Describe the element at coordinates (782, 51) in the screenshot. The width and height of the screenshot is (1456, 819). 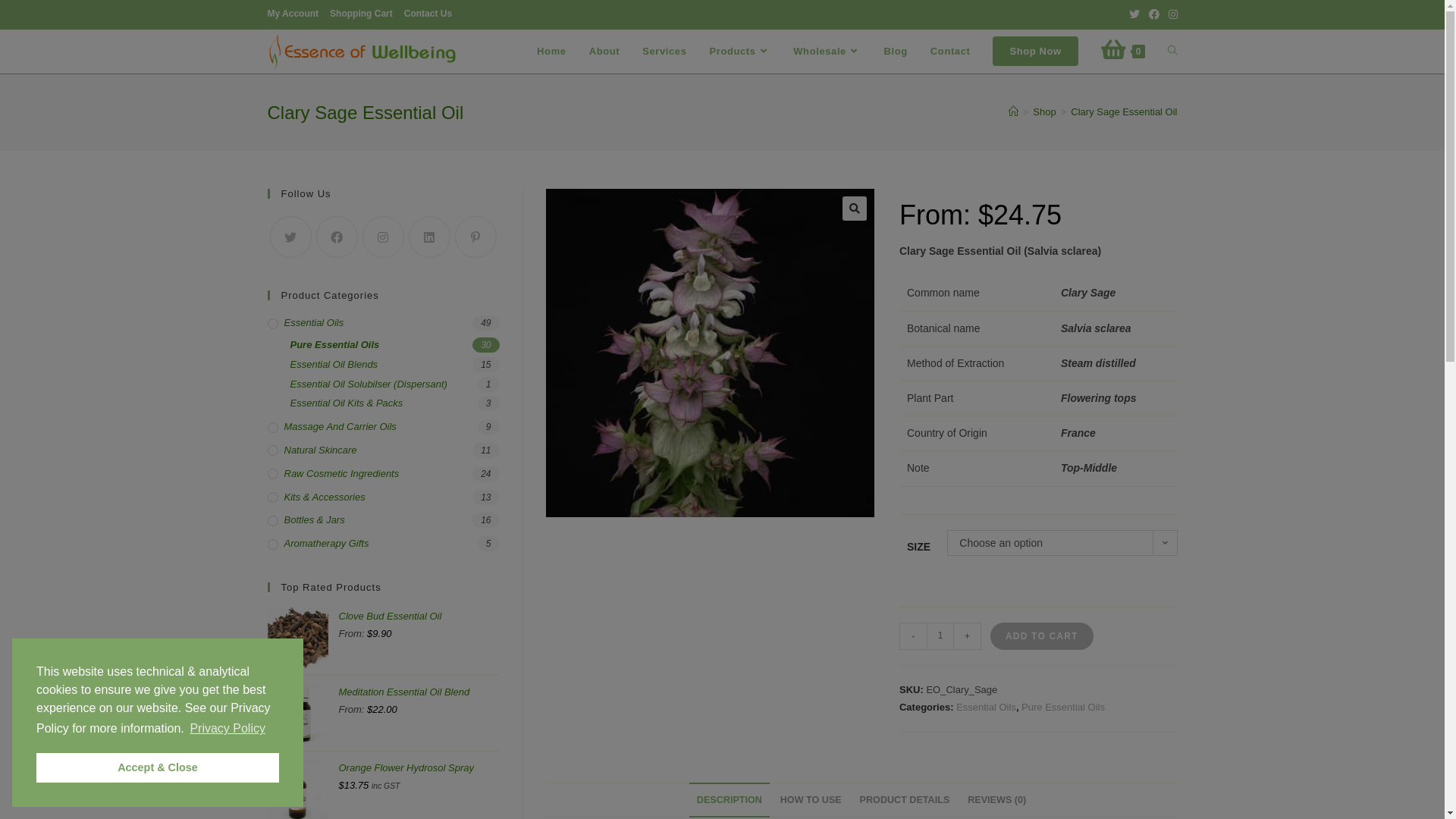
I see `'Wholesale'` at that location.